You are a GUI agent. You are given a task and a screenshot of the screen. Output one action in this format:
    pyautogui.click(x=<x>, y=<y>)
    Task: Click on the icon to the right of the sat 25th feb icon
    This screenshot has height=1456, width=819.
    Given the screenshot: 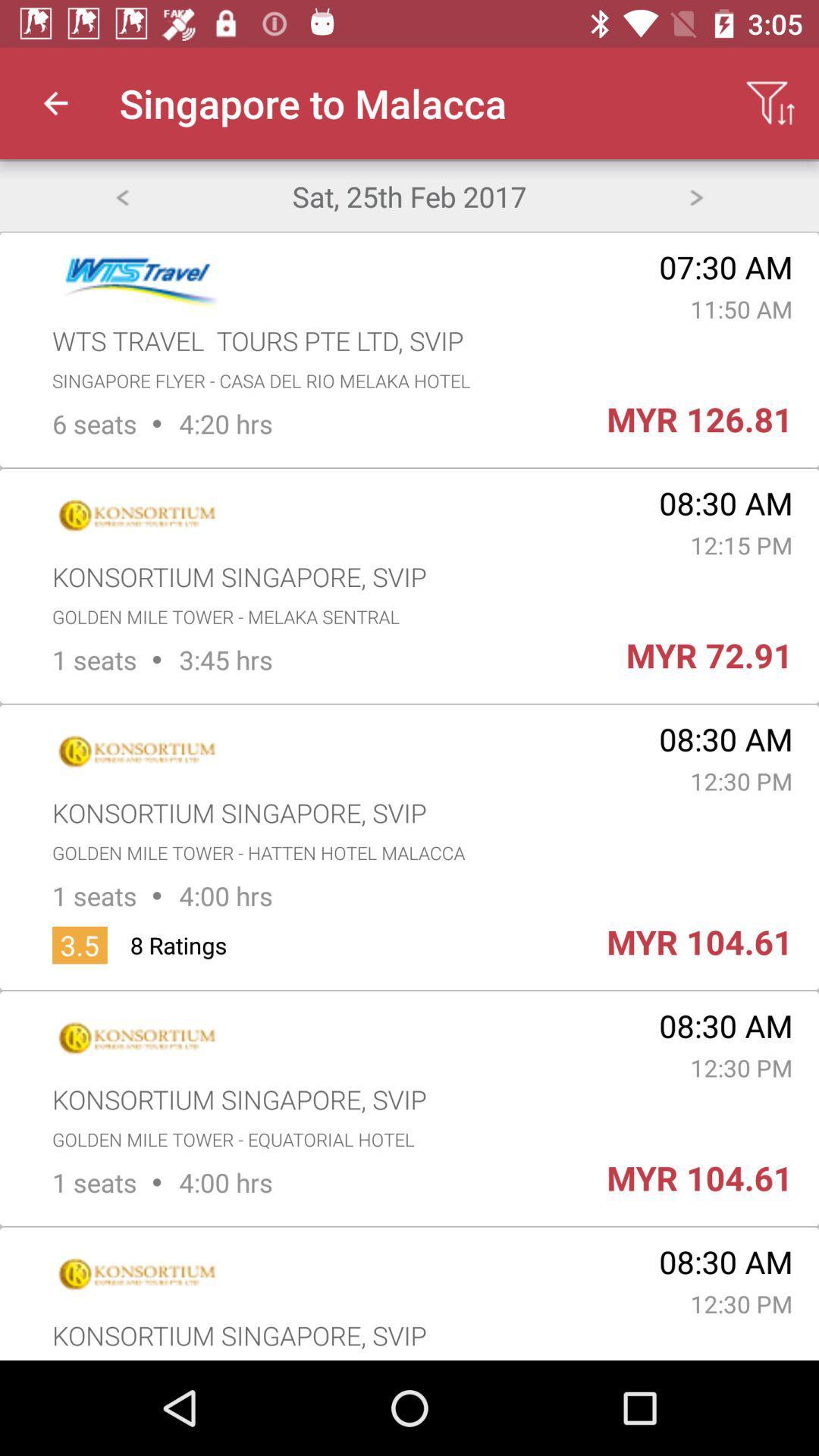 What is the action you would take?
    pyautogui.click(x=696, y=195)
    